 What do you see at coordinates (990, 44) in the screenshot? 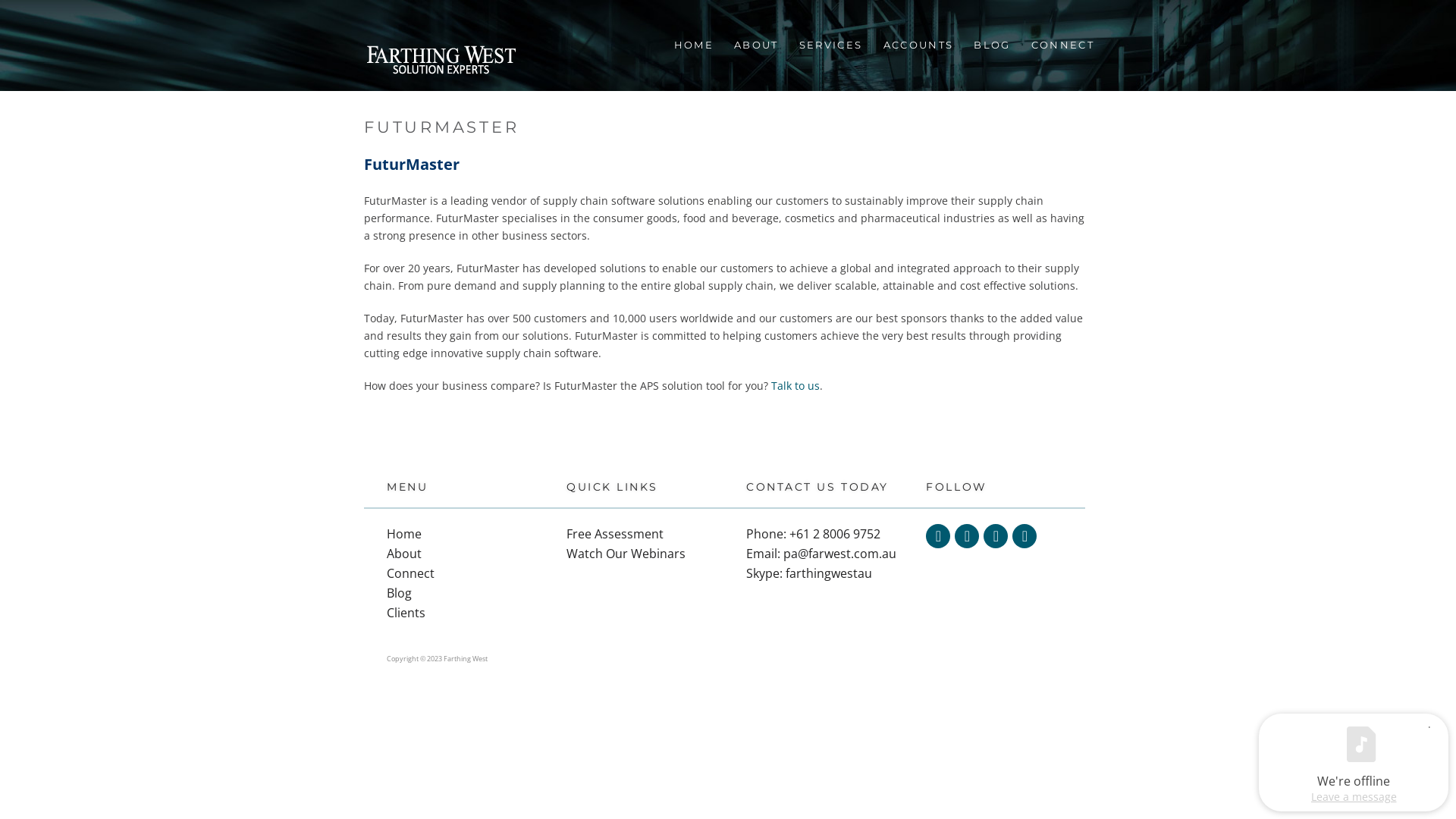
I see `'BLOG'` at bounding box center [990, 44].